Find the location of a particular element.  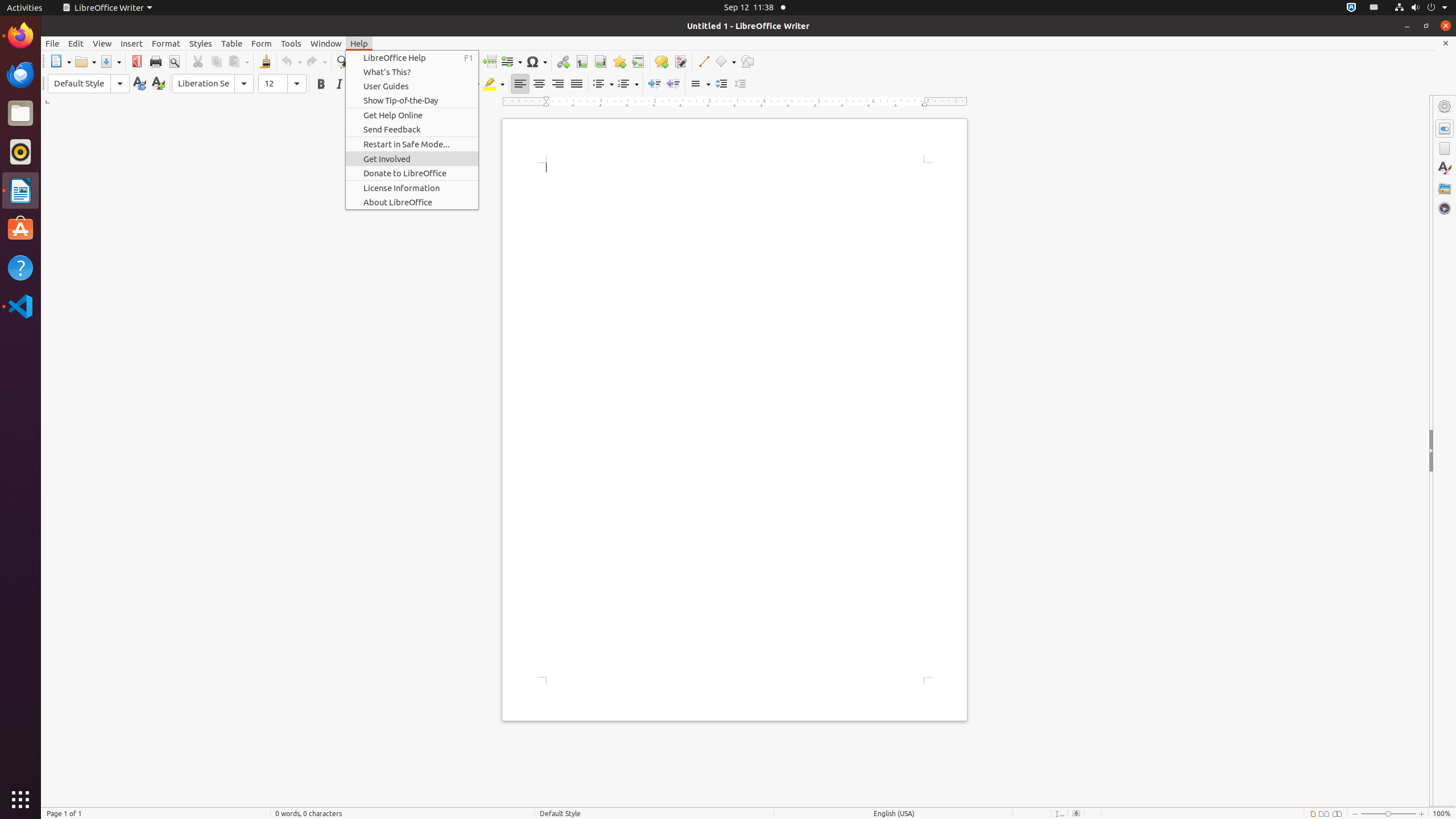

'LibreOffice Writer' is located at coordinates (106, 7).